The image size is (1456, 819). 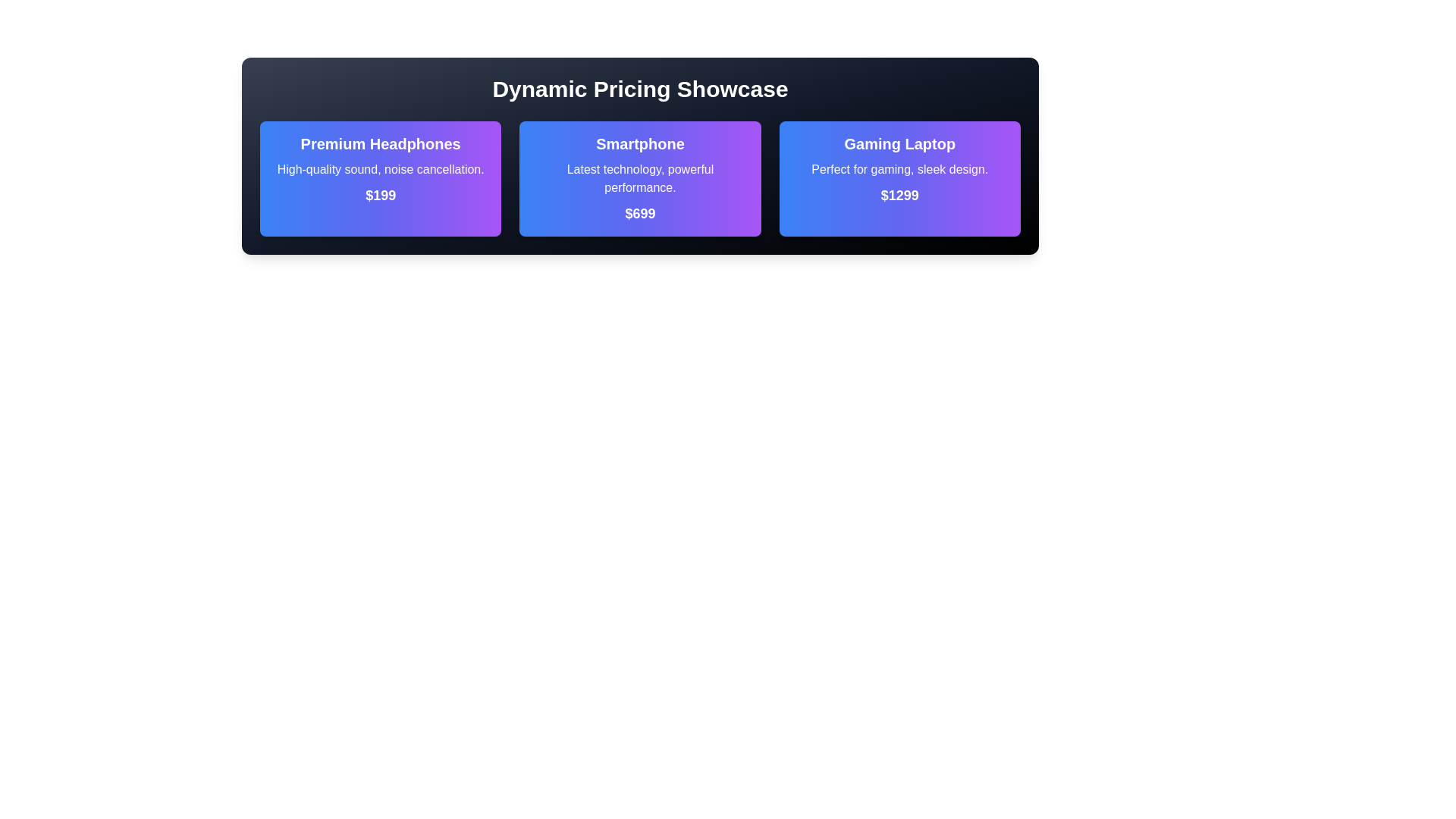 I want to click on text displaying the price "$199" located at the bottom center of the leftmost card under the subtitle "High-quality sound, noise cancellation.", so click(x=381, y=195).